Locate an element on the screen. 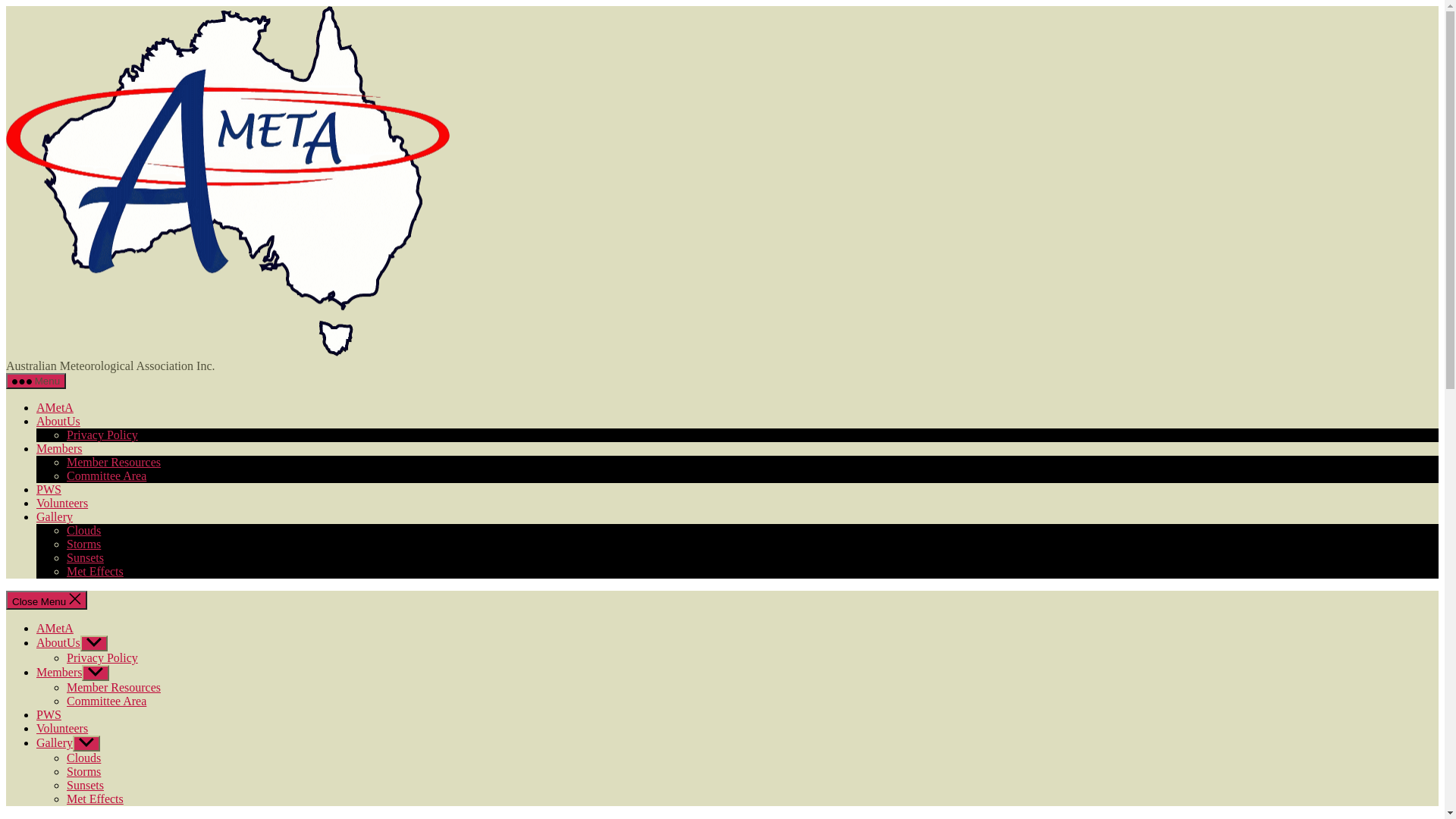  'Close Menu' is located at coordinates (46, 599).